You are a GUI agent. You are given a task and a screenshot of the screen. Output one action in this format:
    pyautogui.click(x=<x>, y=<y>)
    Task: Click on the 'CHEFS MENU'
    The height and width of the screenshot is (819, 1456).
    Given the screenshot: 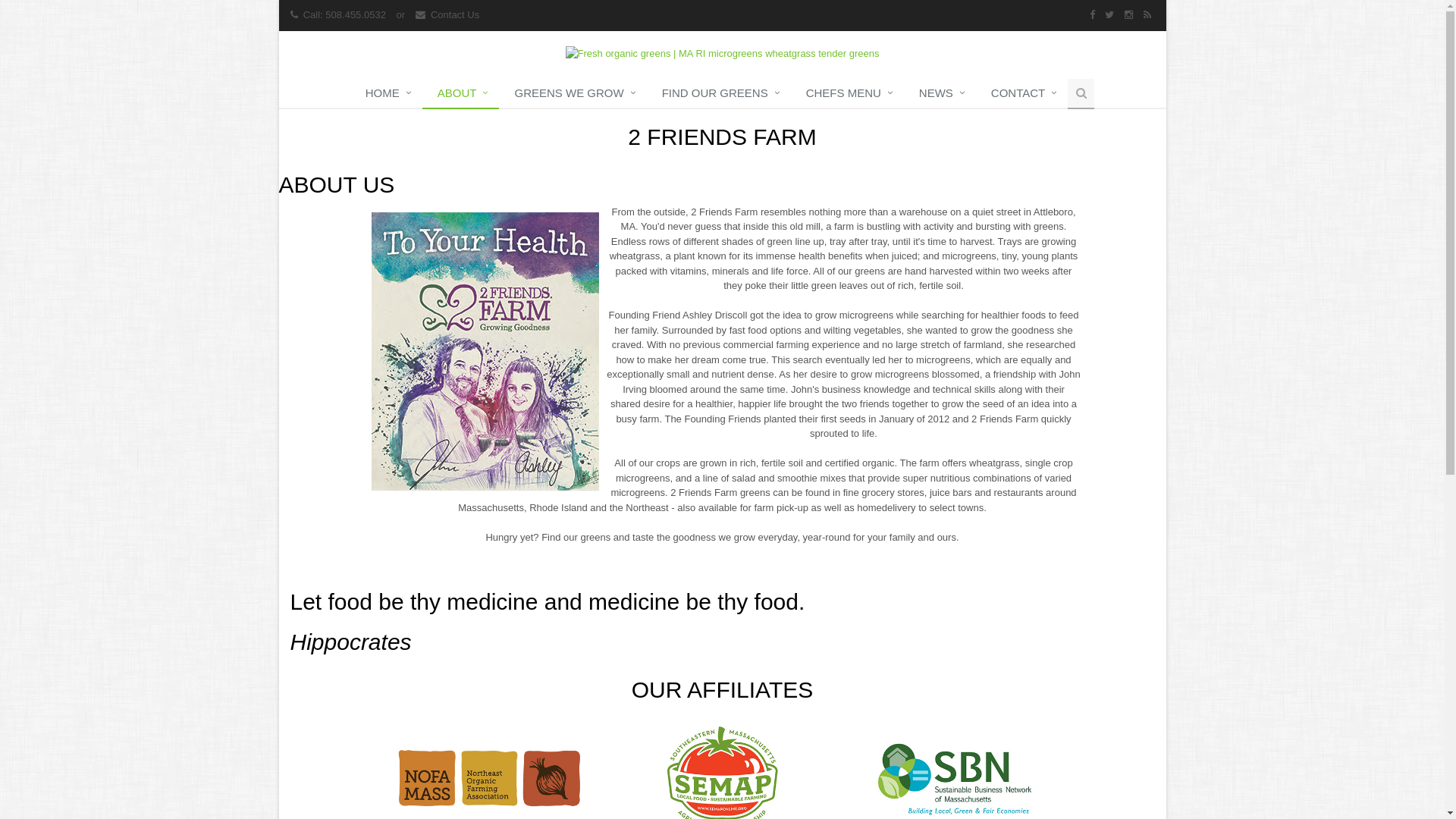 What is the action you would take?
    pyautogui.click(x=846, y=93)
    